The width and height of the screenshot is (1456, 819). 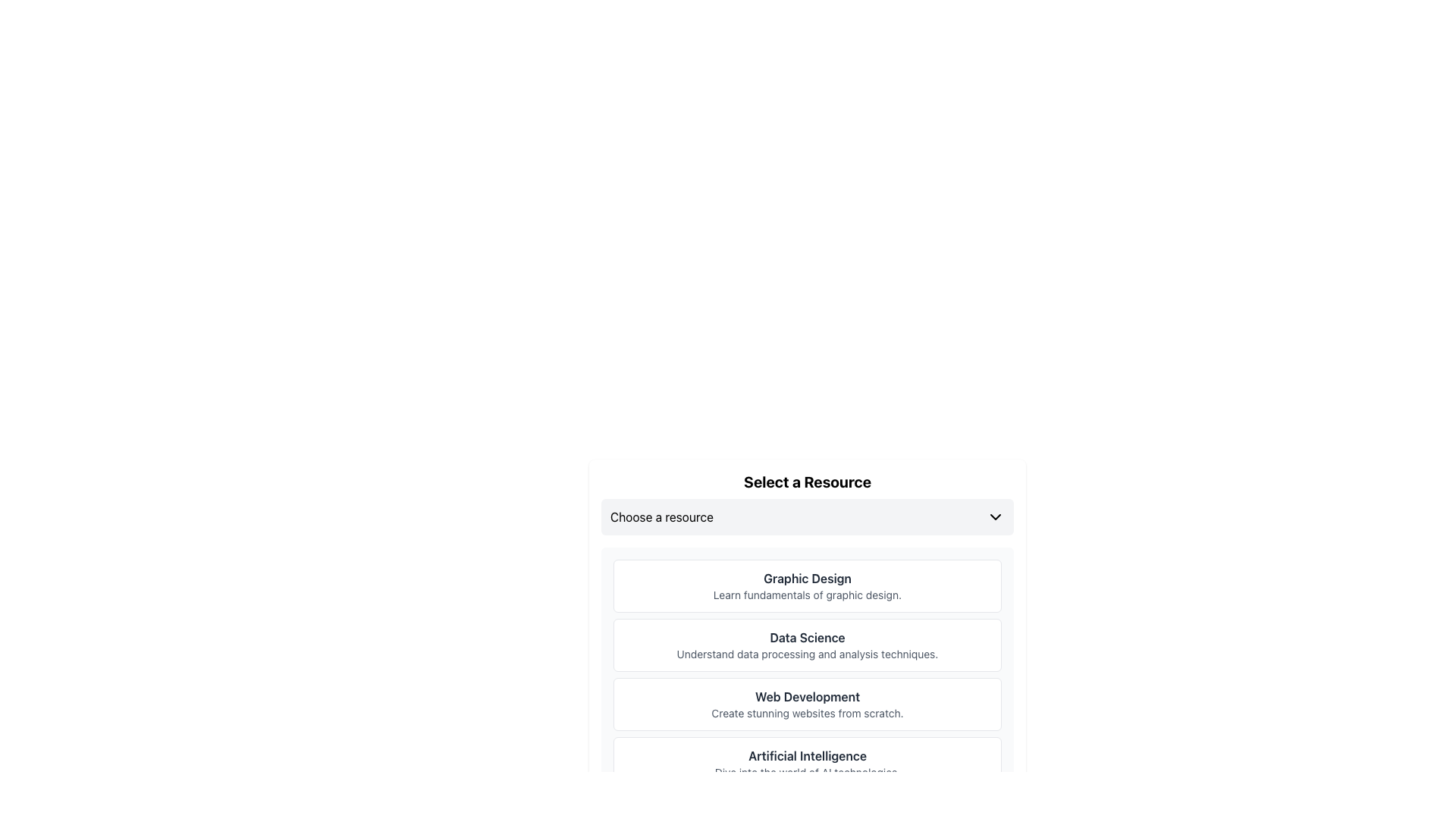 I want to click on the header displaying 'Select a Resource', which is prominently styled in bold and larger font, serving as the title for the section below, so click(x=807, y=482).